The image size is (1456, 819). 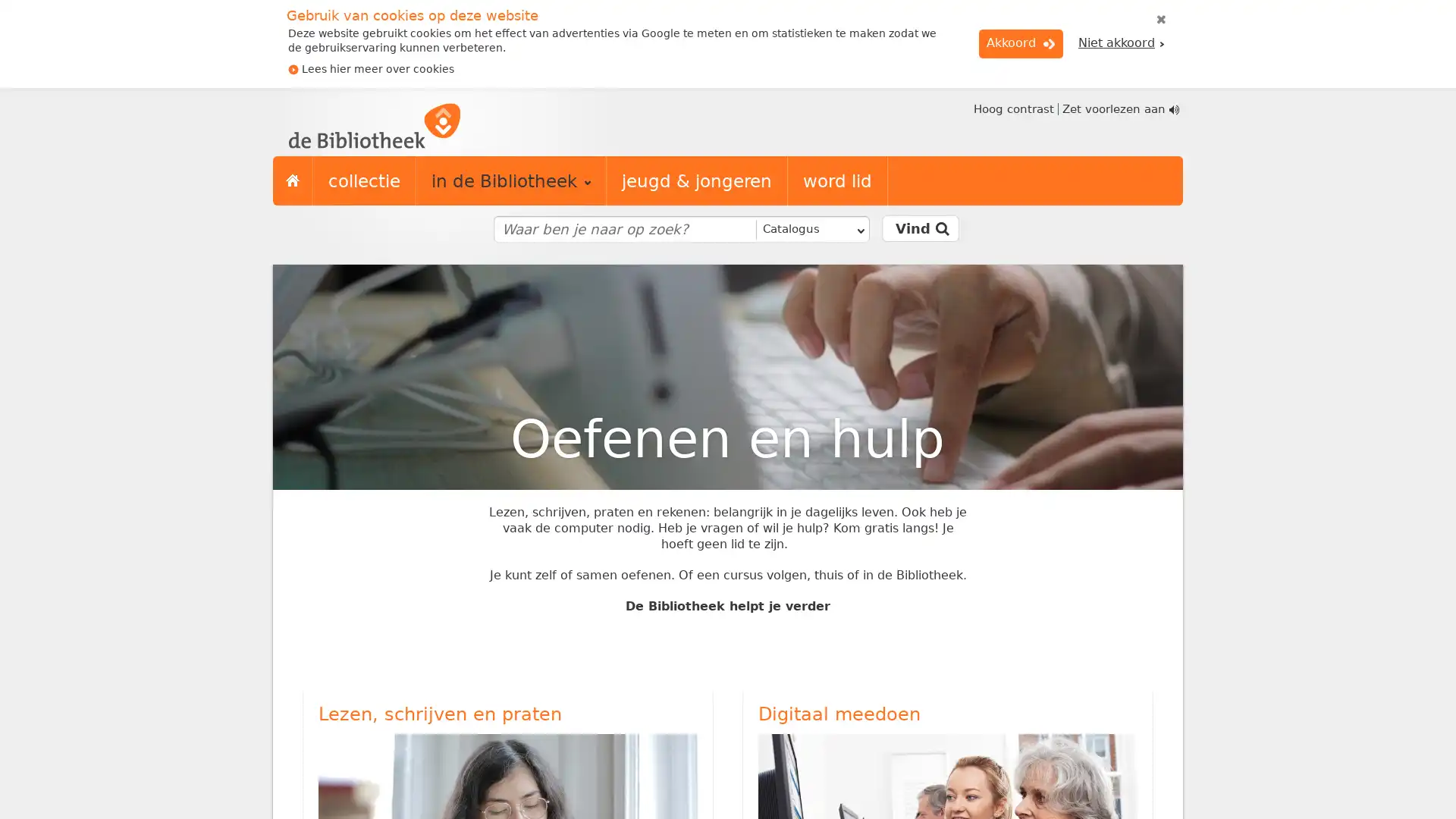 I want to click on Akkoord, so click(x=1021, y=42).